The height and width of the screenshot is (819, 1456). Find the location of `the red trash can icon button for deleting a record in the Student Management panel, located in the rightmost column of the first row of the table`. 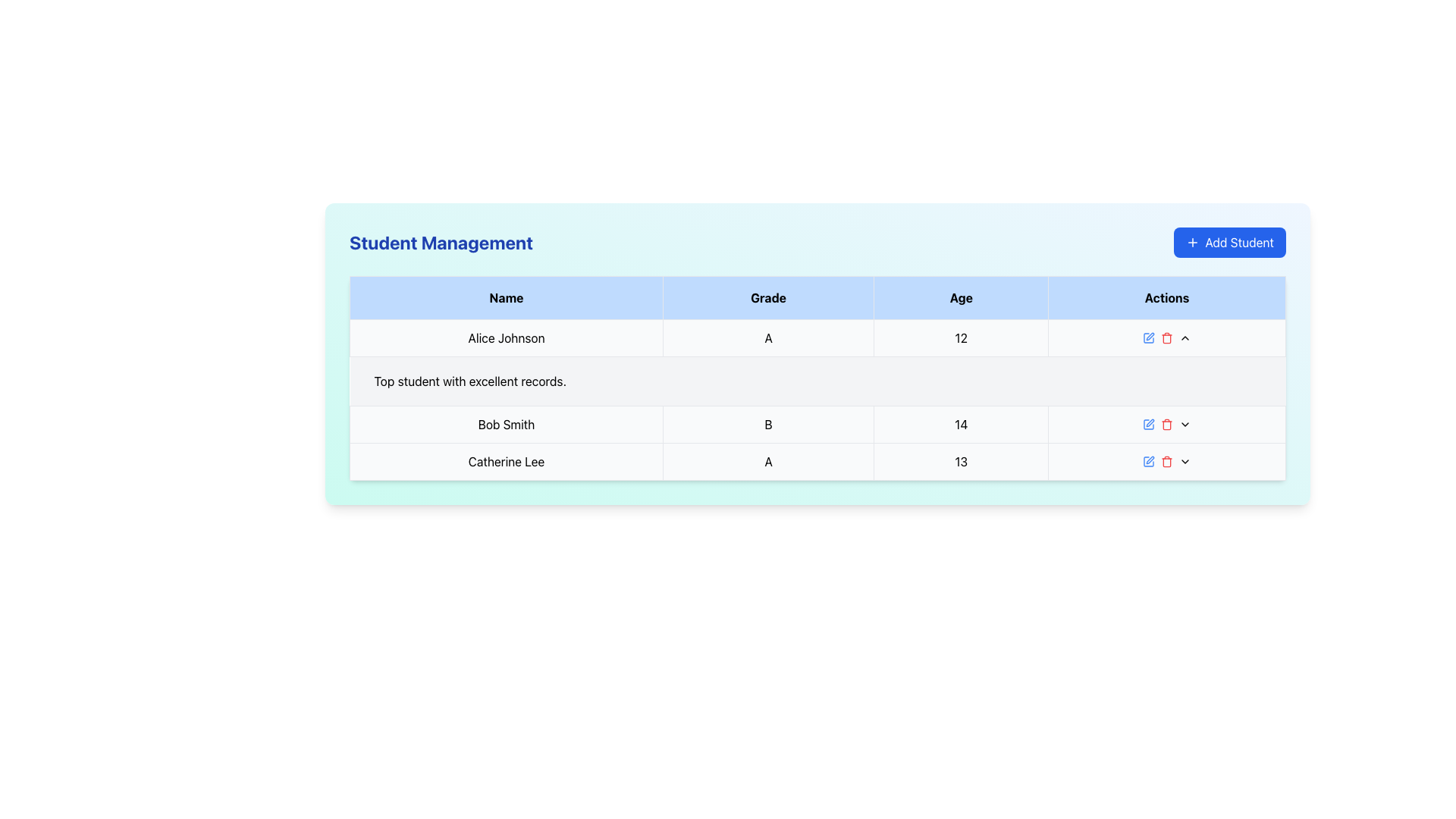

the red trash can icon button for deleting a record in the Student Management panel, located in the rightmost column of the first row of the table is located at coordinates (1166, 337).